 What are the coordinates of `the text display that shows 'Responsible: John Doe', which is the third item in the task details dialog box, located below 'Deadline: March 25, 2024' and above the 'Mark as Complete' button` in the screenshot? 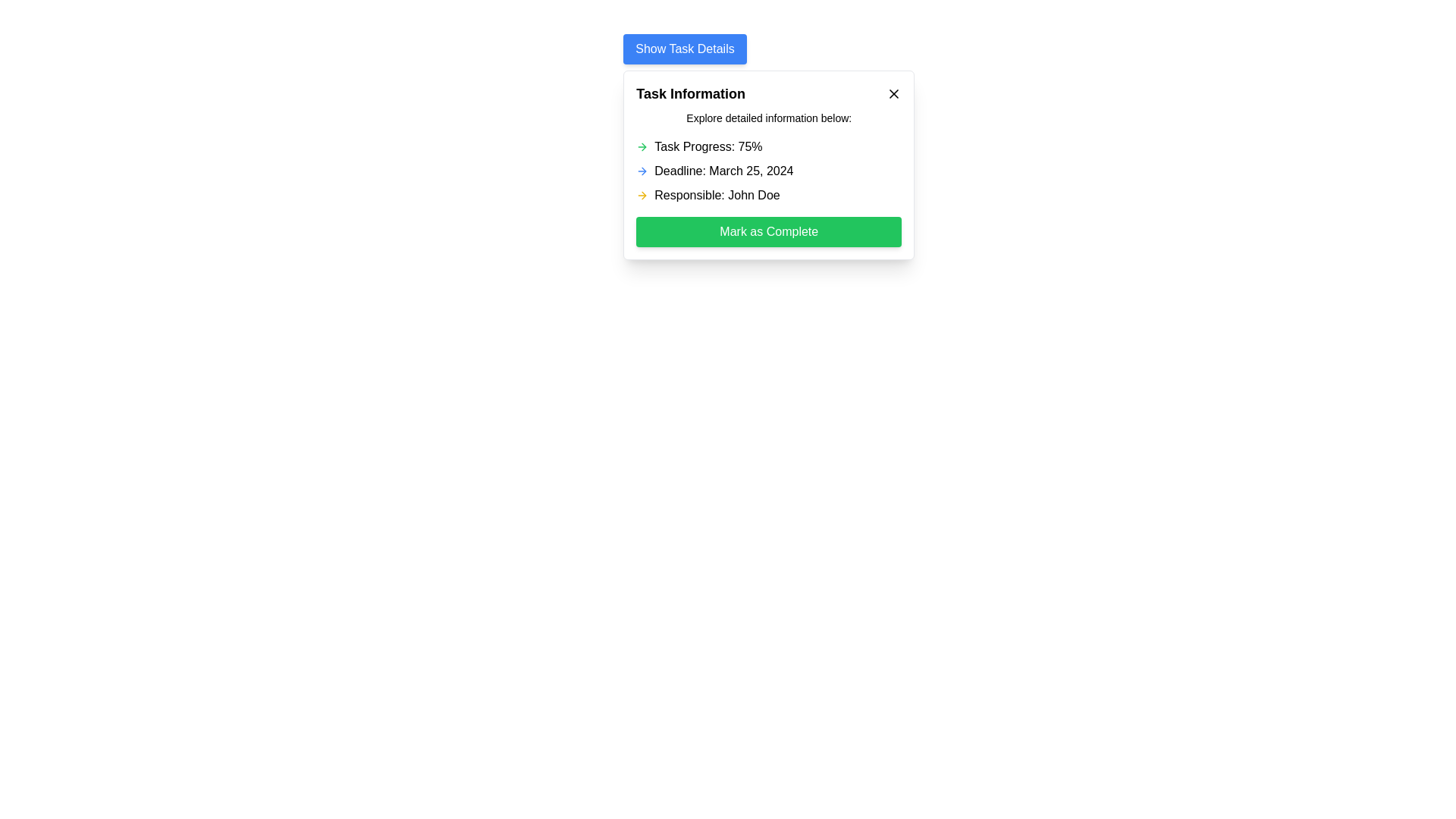 It's located at (716, 195).